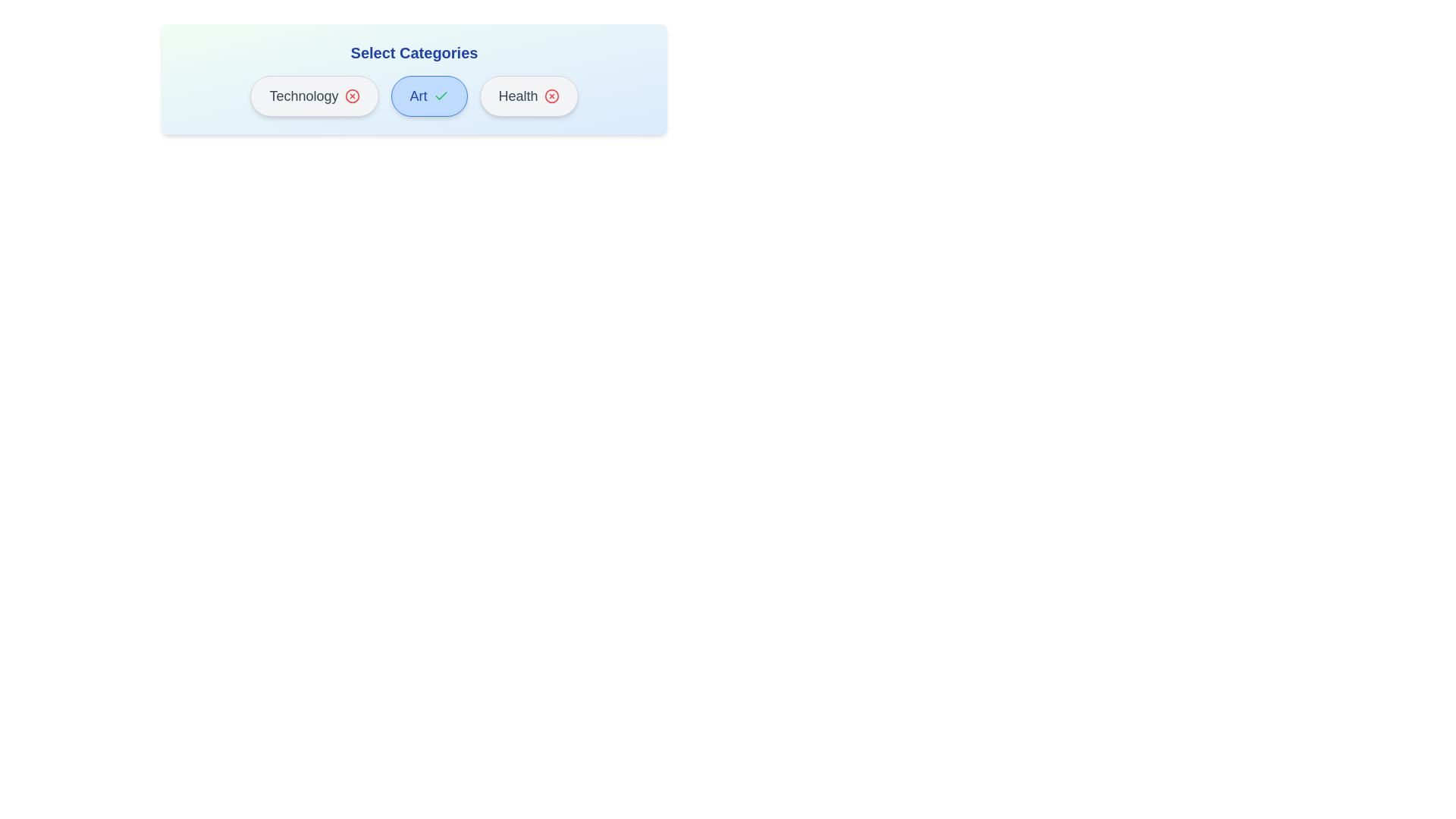  Describe the element at coordinates (440, 96) in the screenshot. I see `the icon of the Art category button` at that location.